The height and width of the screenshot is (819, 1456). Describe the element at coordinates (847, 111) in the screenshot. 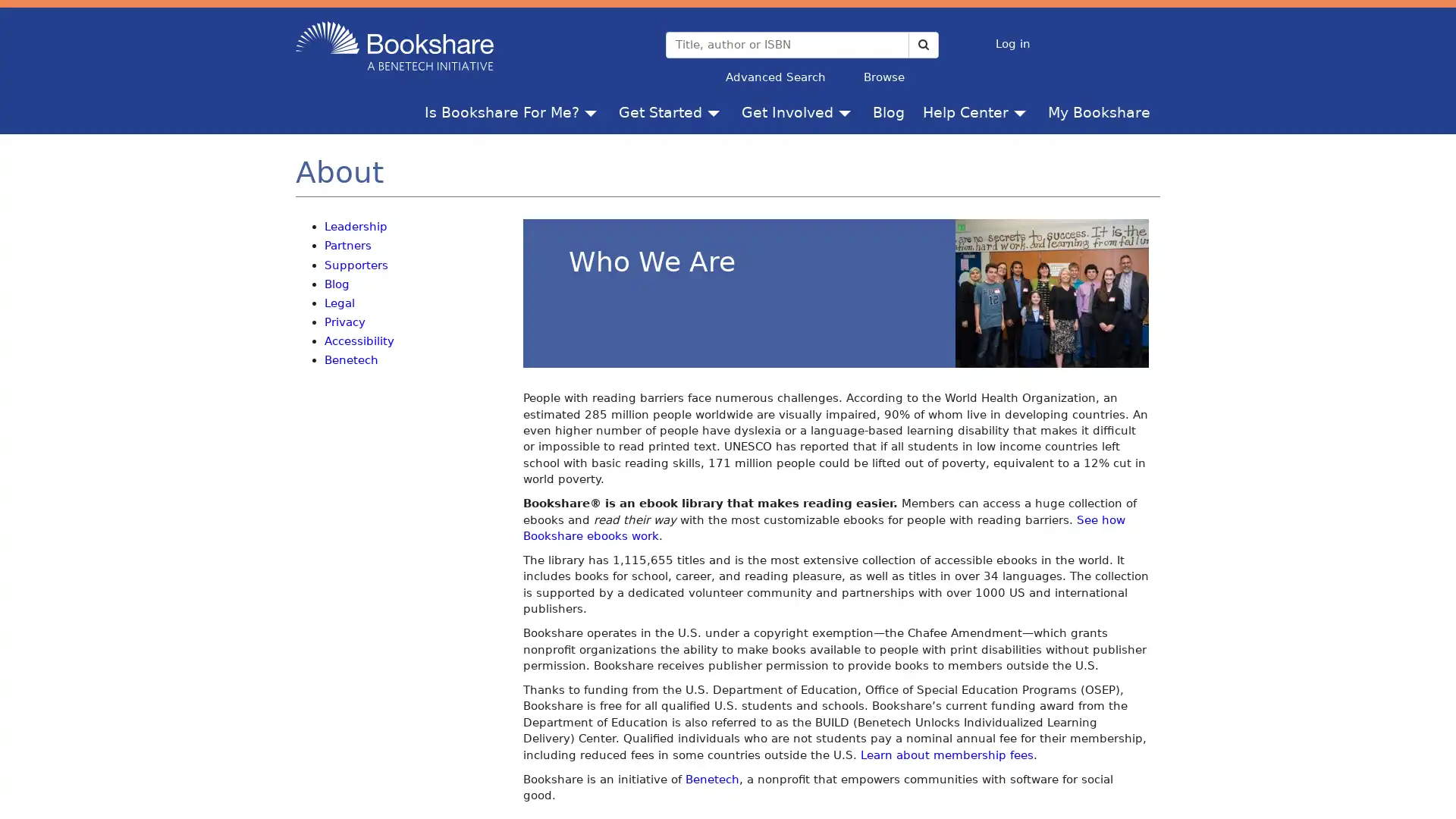

I see `Get Involved menu` at that location.